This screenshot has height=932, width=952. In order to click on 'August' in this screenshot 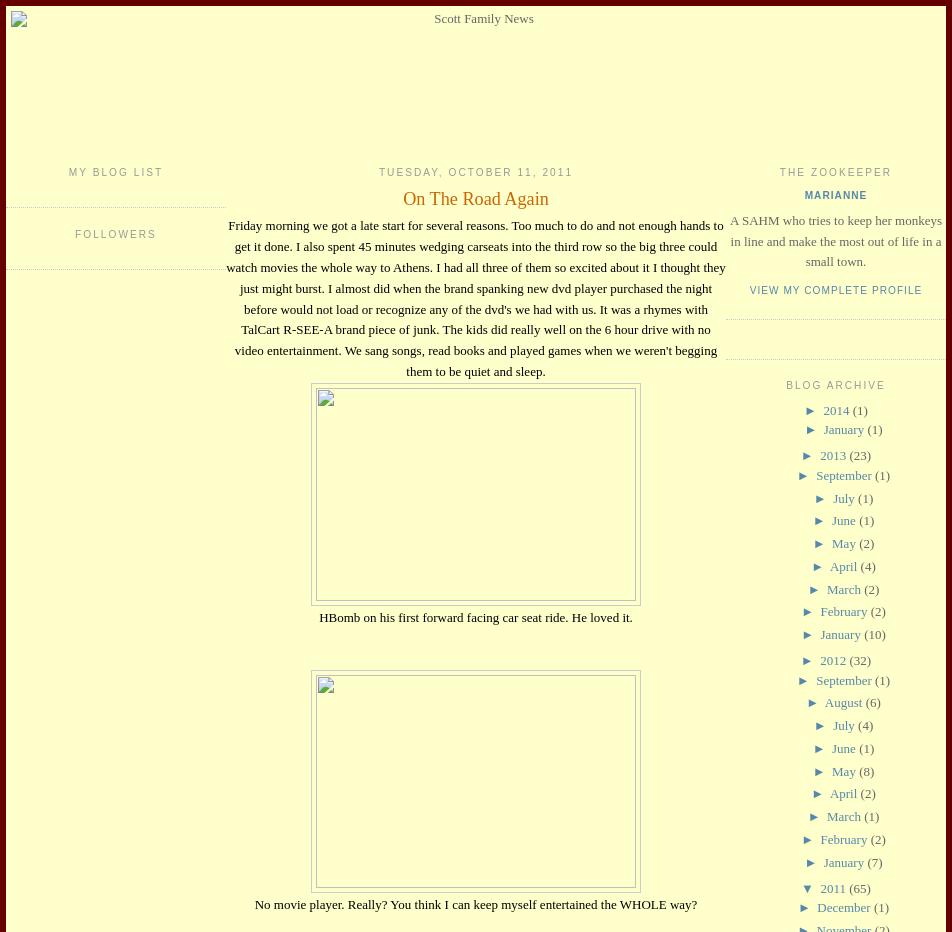, I will do `click(844, 701)`.